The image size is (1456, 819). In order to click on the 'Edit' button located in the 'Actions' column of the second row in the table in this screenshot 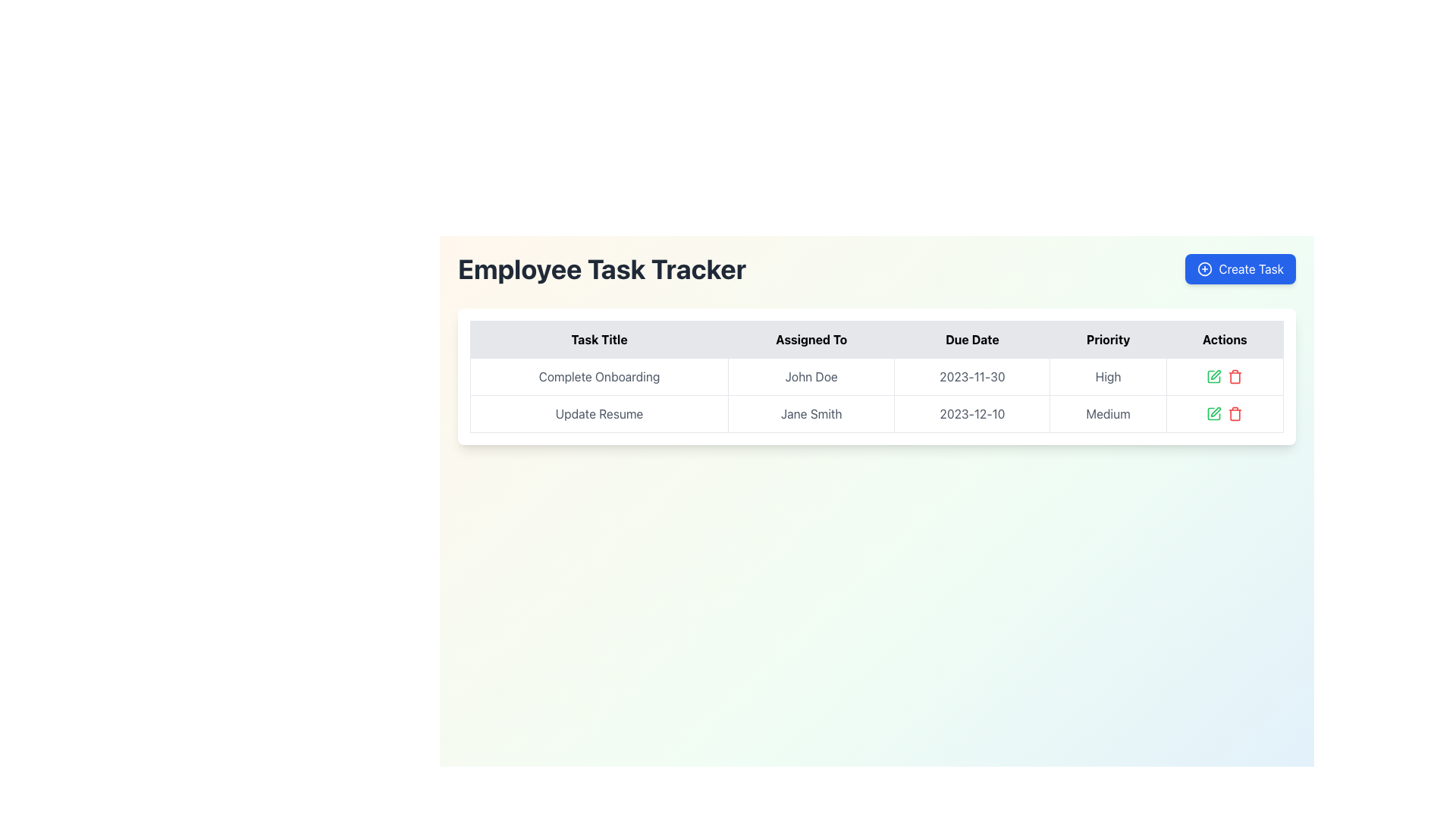, I will do `click(1214, 376)`.